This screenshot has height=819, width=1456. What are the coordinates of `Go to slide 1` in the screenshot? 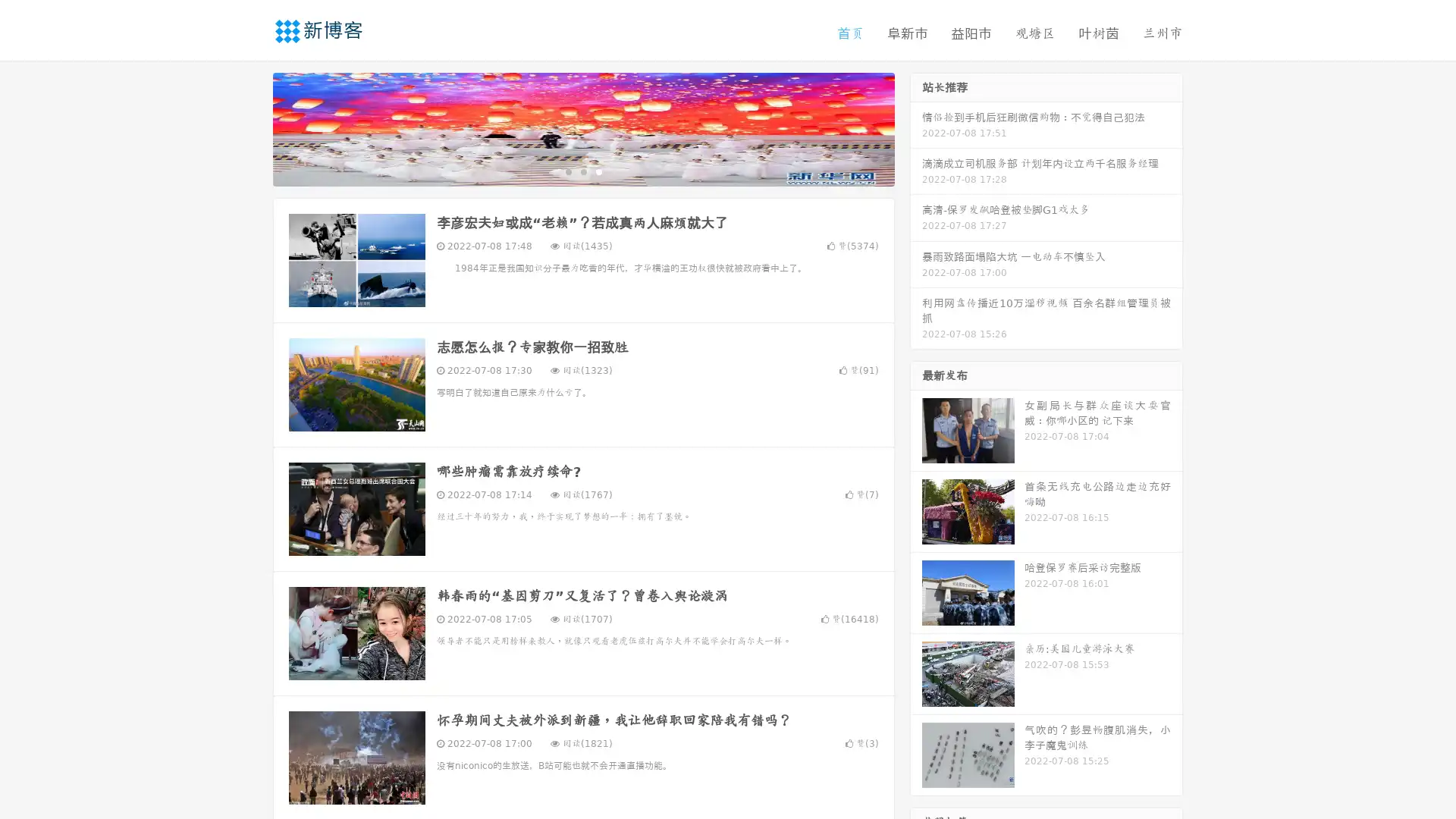 It's located at (567, 171).